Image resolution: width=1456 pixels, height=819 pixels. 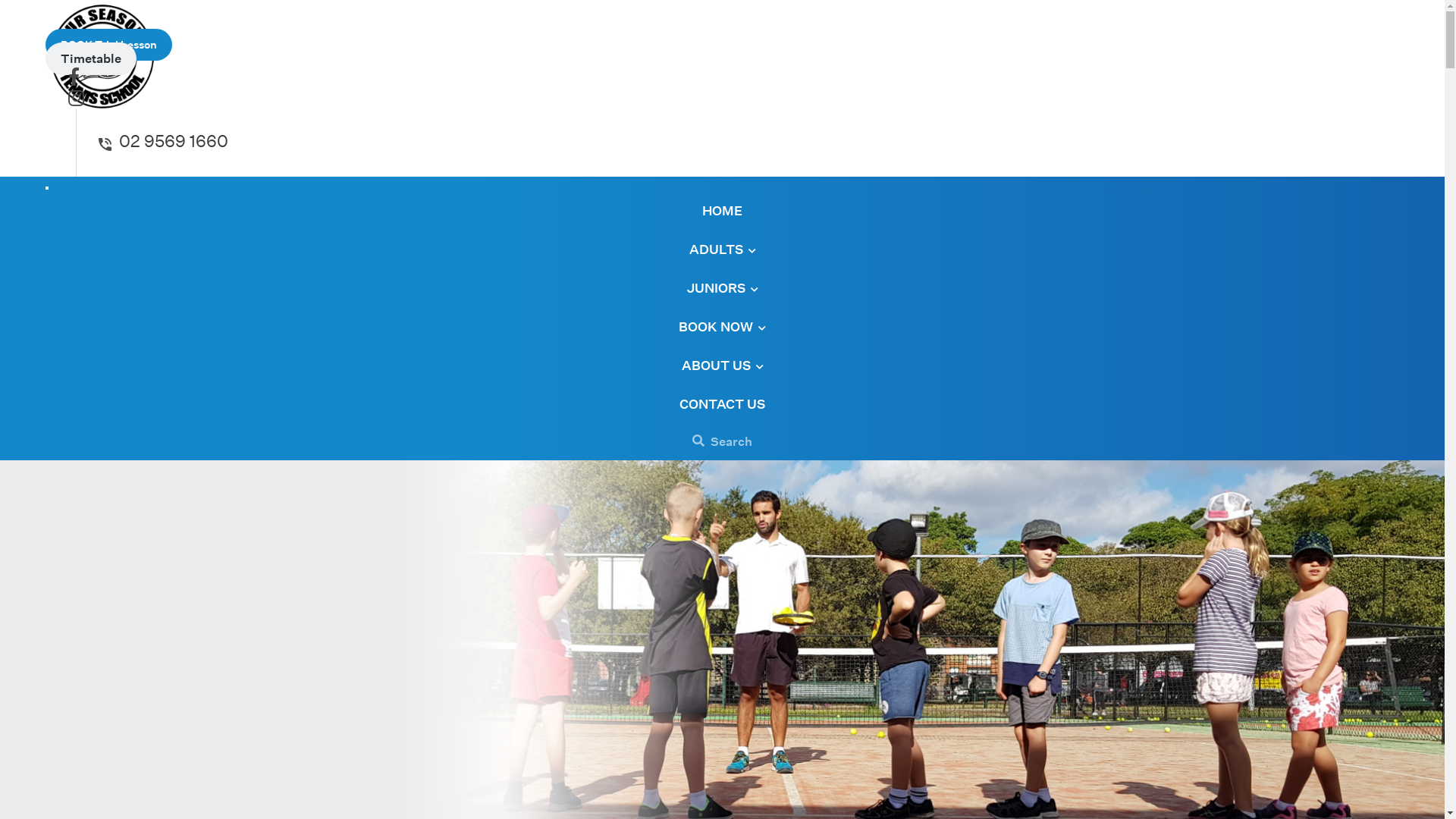 I want to click on 'Search', so click(x=721, y=441).